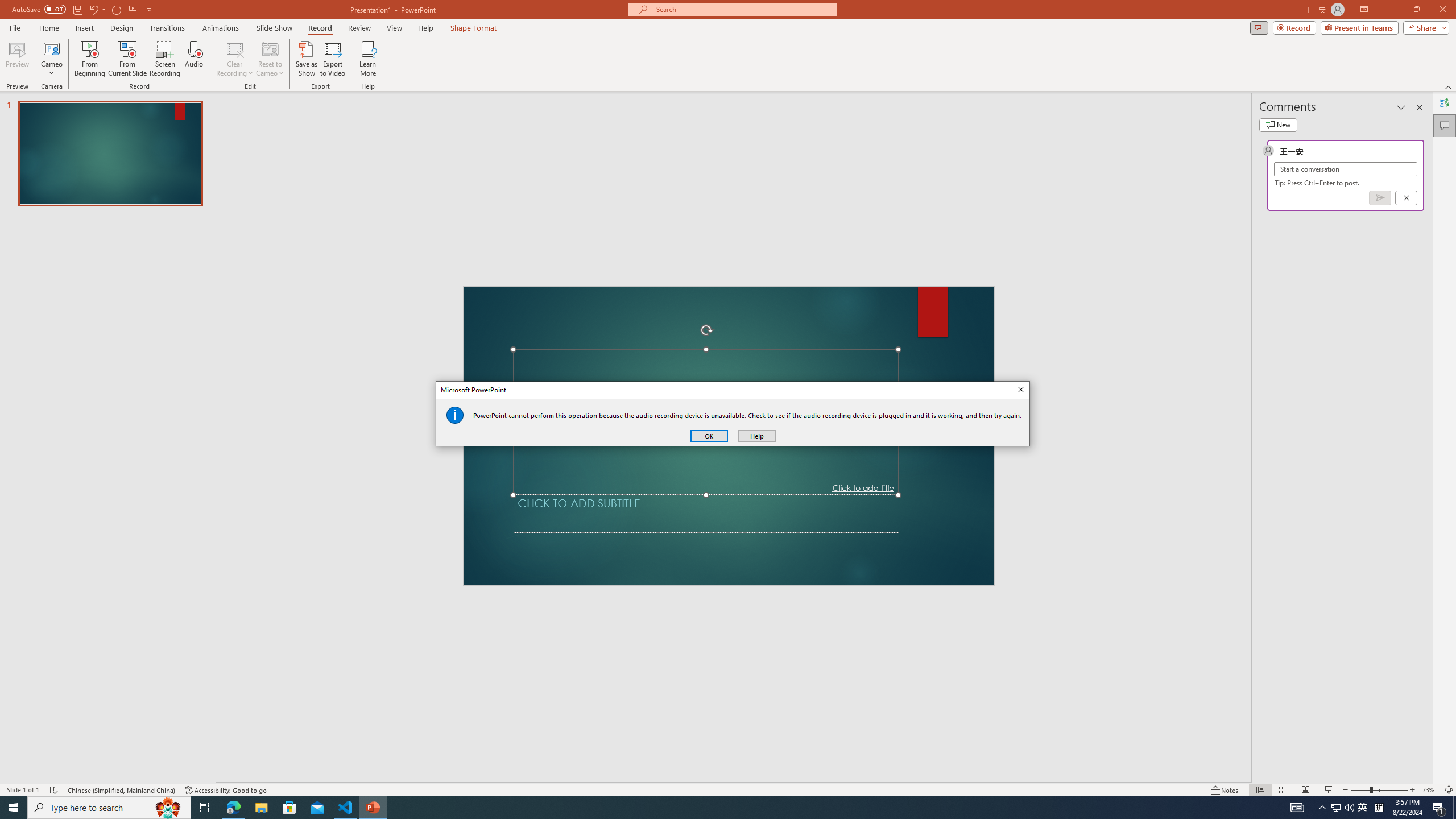 This screenshot has width=1456, height=819. I want to click on 'Transitions', so click(167, 28).